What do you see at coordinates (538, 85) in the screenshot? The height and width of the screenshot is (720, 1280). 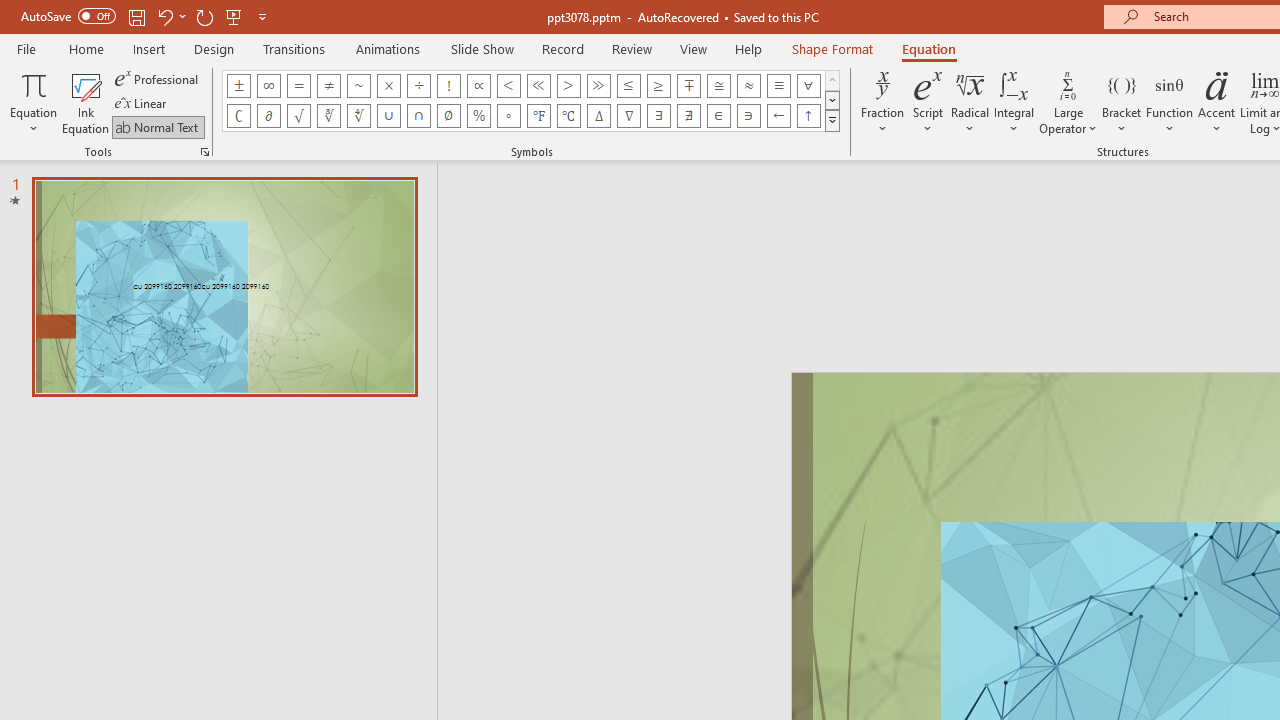 I see `'Equation Symbol Much Less Than'` at bounding box center [538, 85].